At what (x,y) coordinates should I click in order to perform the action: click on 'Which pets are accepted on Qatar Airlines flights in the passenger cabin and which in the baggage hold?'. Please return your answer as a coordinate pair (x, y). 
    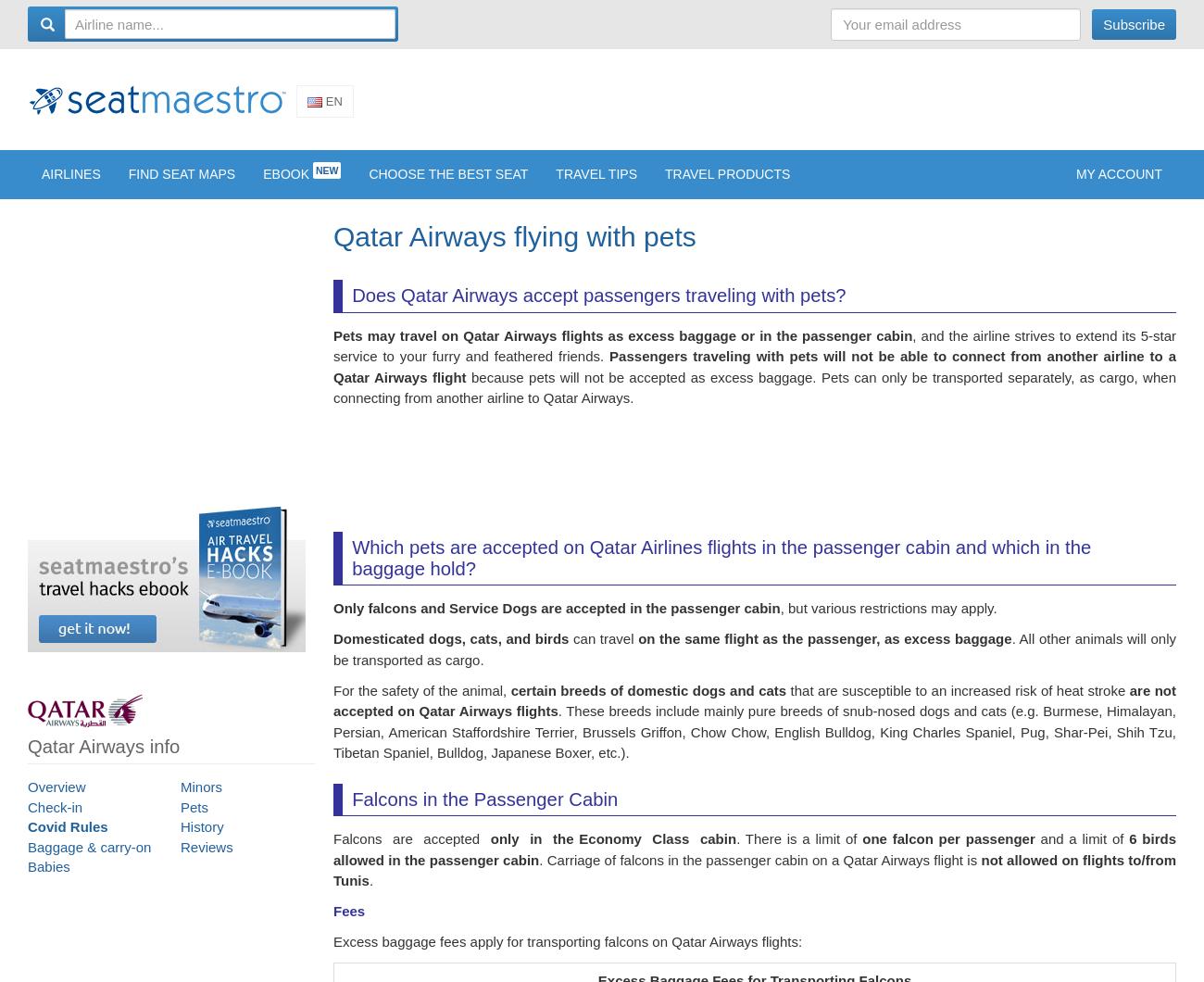
    Looking at the image, I should click on (720, 570).